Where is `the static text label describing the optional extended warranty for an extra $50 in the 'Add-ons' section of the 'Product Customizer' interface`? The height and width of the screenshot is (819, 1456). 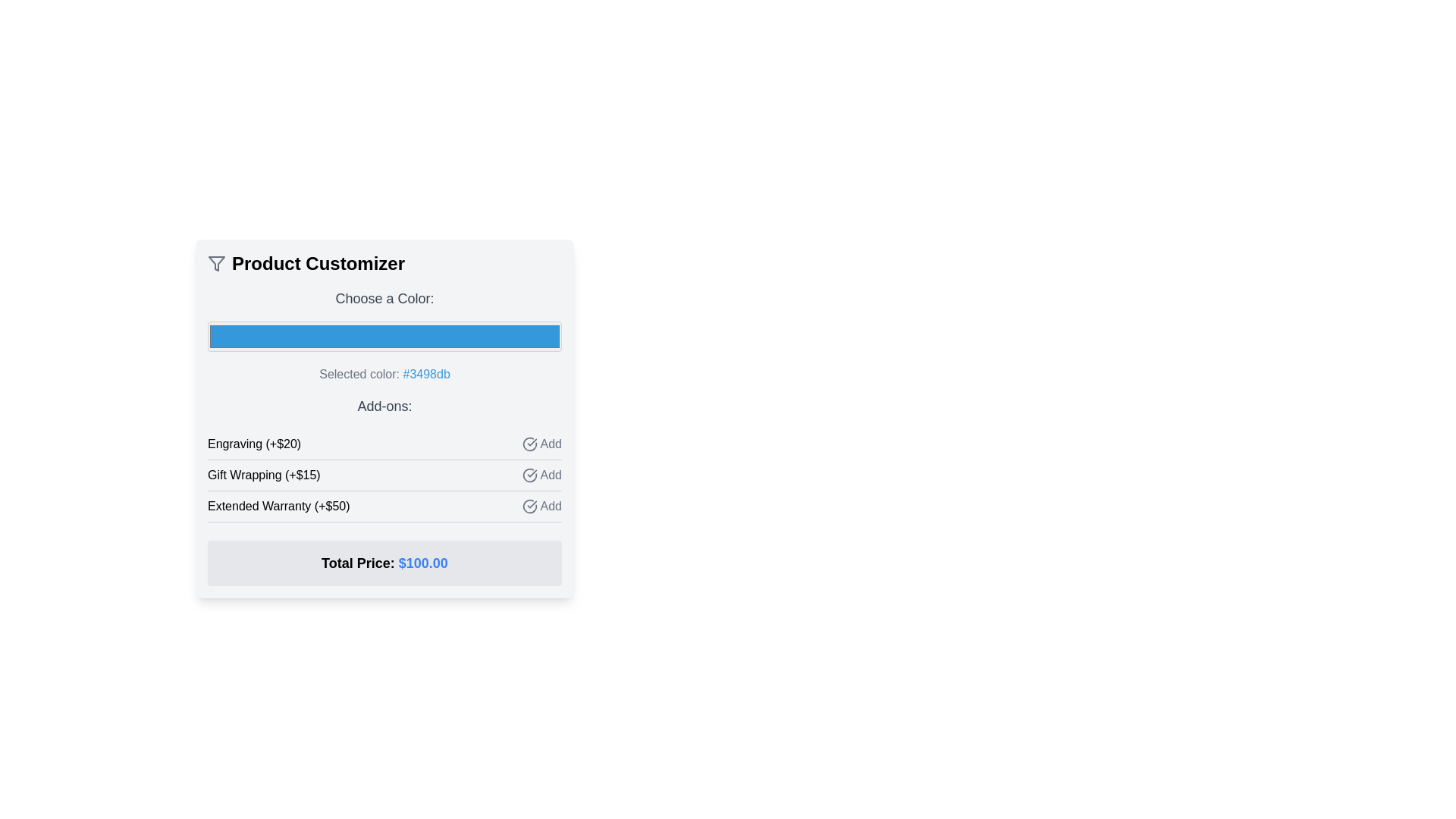 the static text label describing the optional extended warranty for an extra $50 in the 'Add-ons' section of the 'Product Customizer' interface is located at coordinates (278, 506).